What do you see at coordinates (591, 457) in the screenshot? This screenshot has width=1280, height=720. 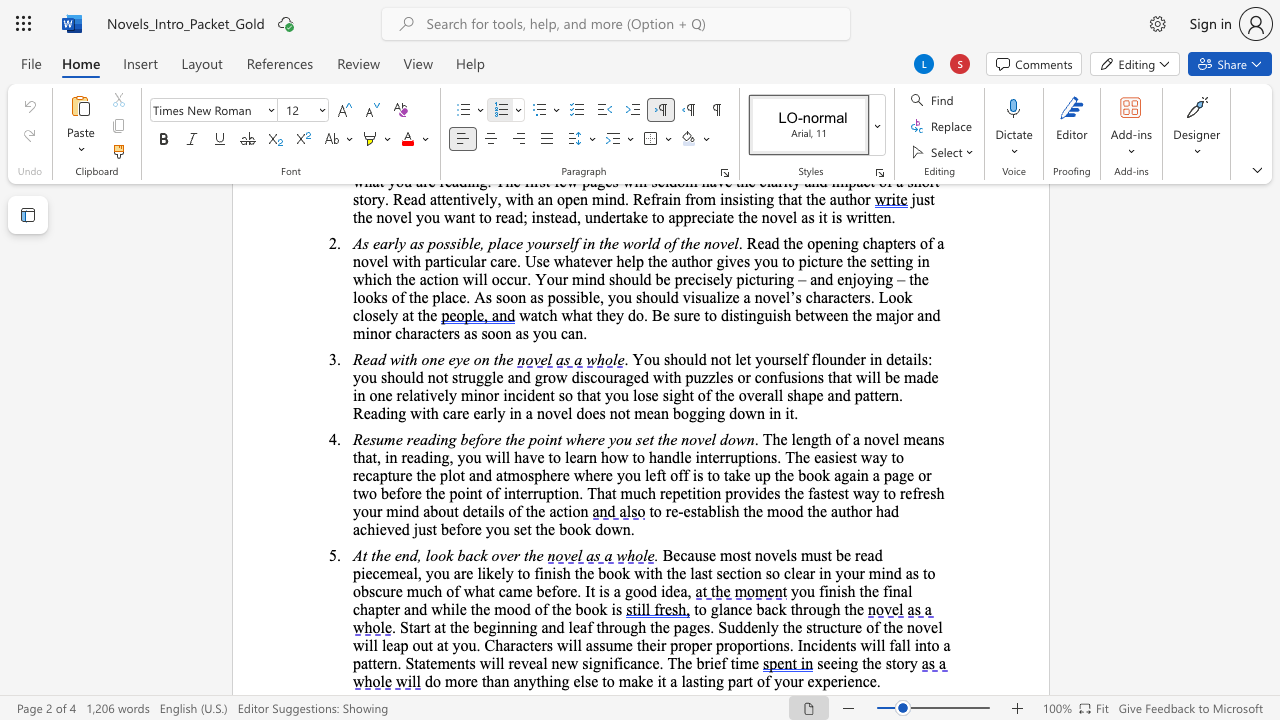 I see `the 6th character "n" in the text` at bounding box center [591, 457].